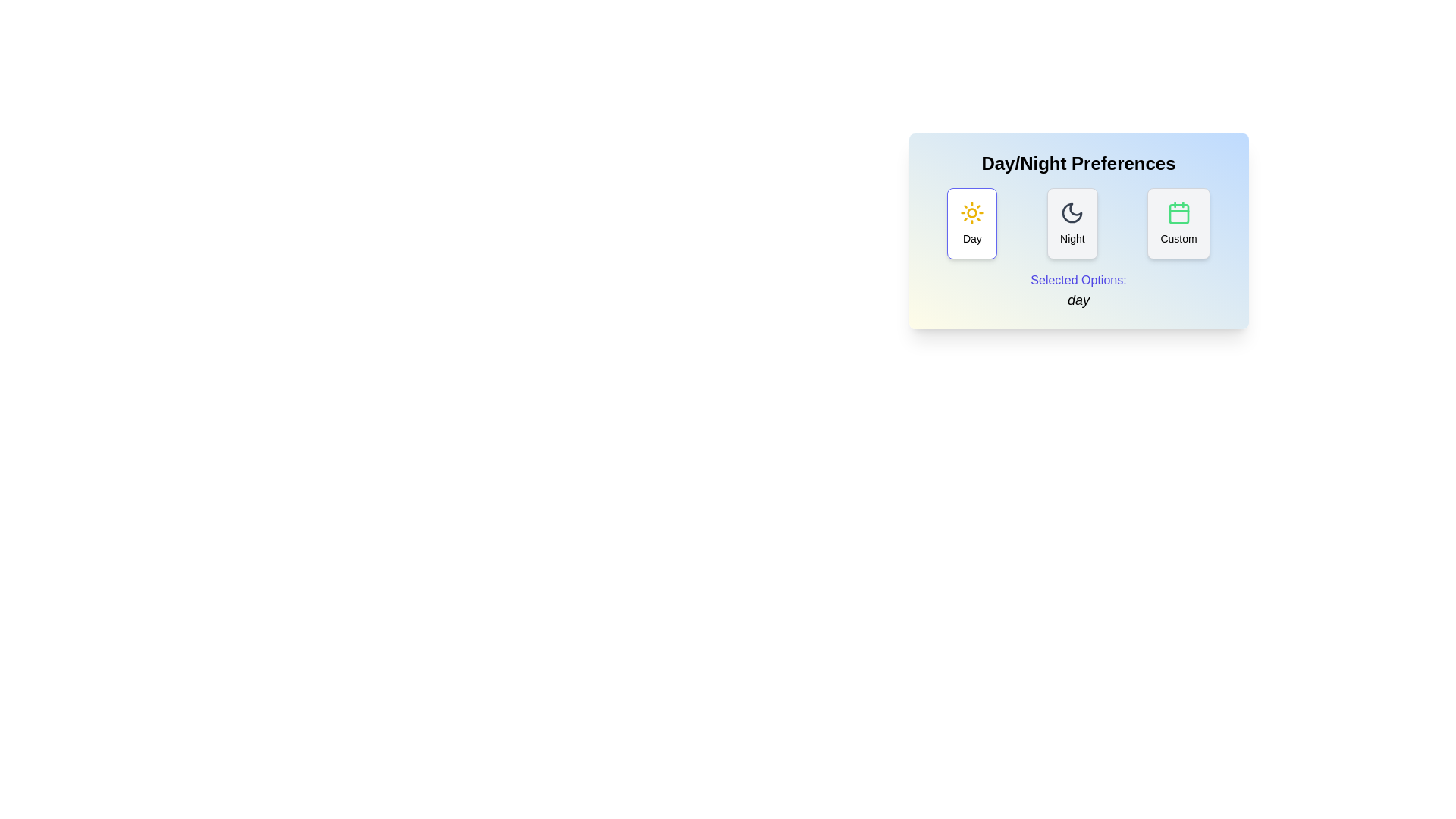 This screenshot has height=819, width=1456. Describe the element at coordinates (972, 223) in the screenshot. I see `the 'Day' button to toggle its selection` at that location.